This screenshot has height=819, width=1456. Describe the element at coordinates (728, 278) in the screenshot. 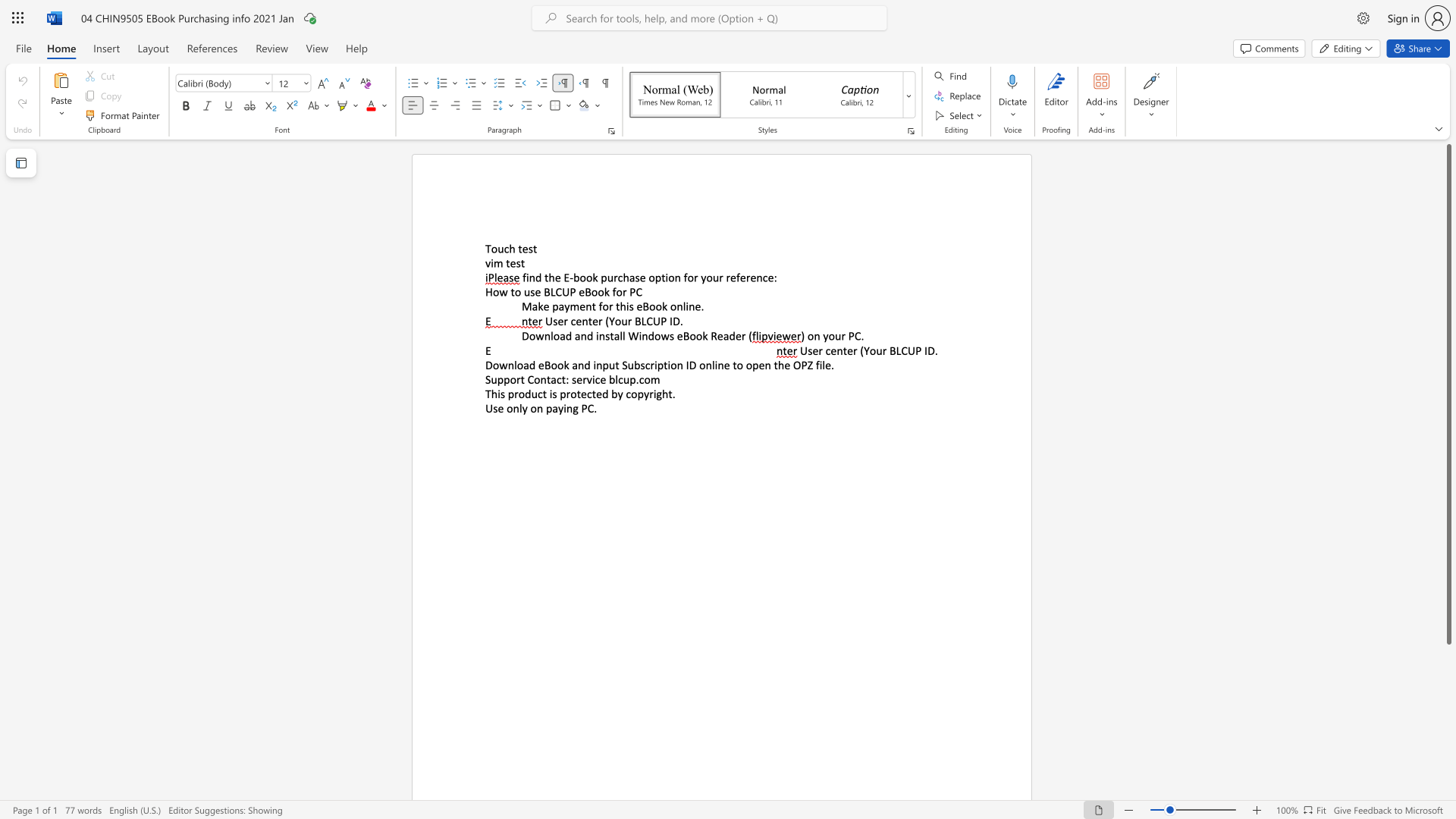

I see `the 3th character "r" in the text` at that location.